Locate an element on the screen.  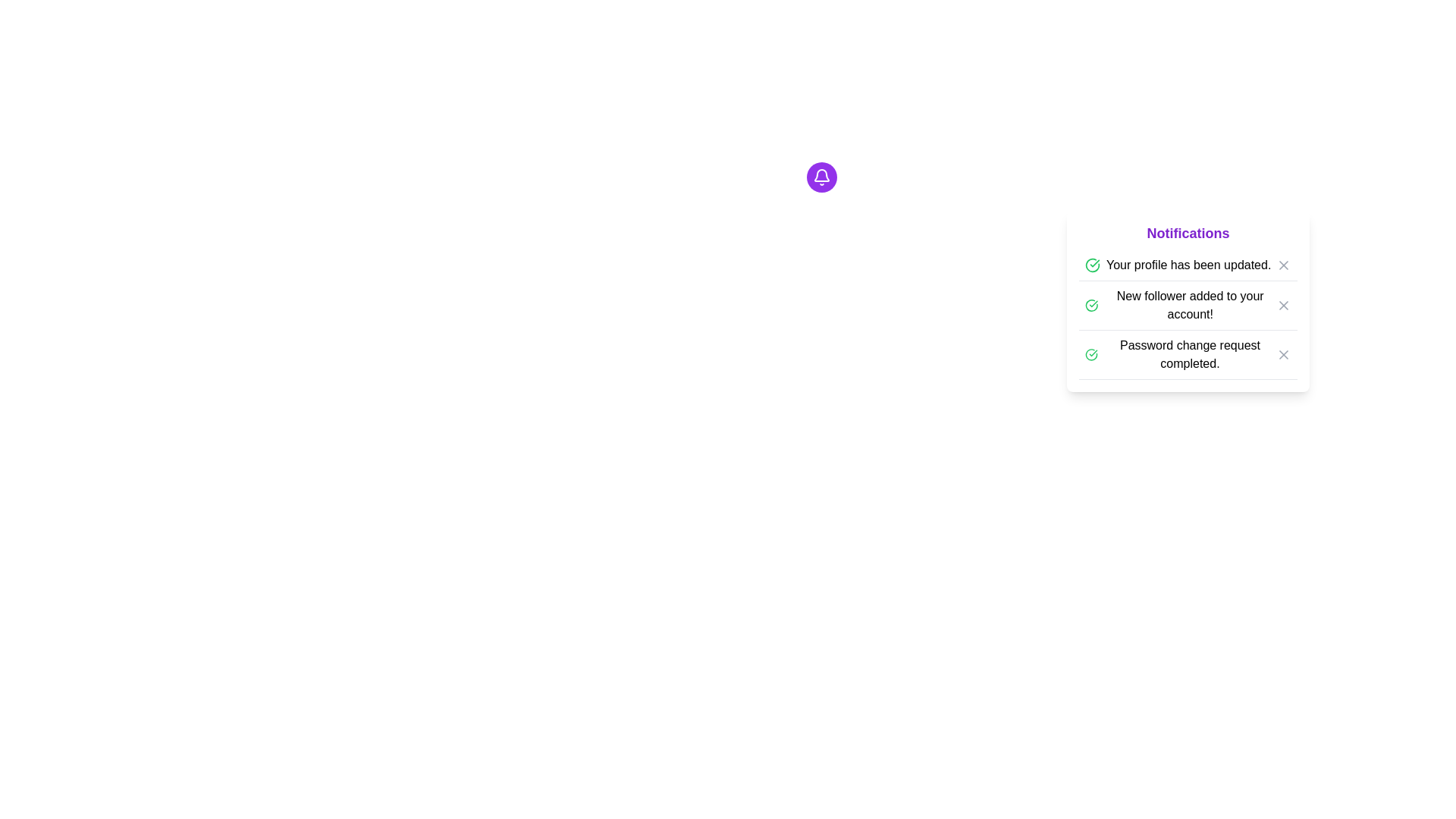
the second notification entry in the Notifications section to potentially reveal more information is located at coordinates (1187, 301).